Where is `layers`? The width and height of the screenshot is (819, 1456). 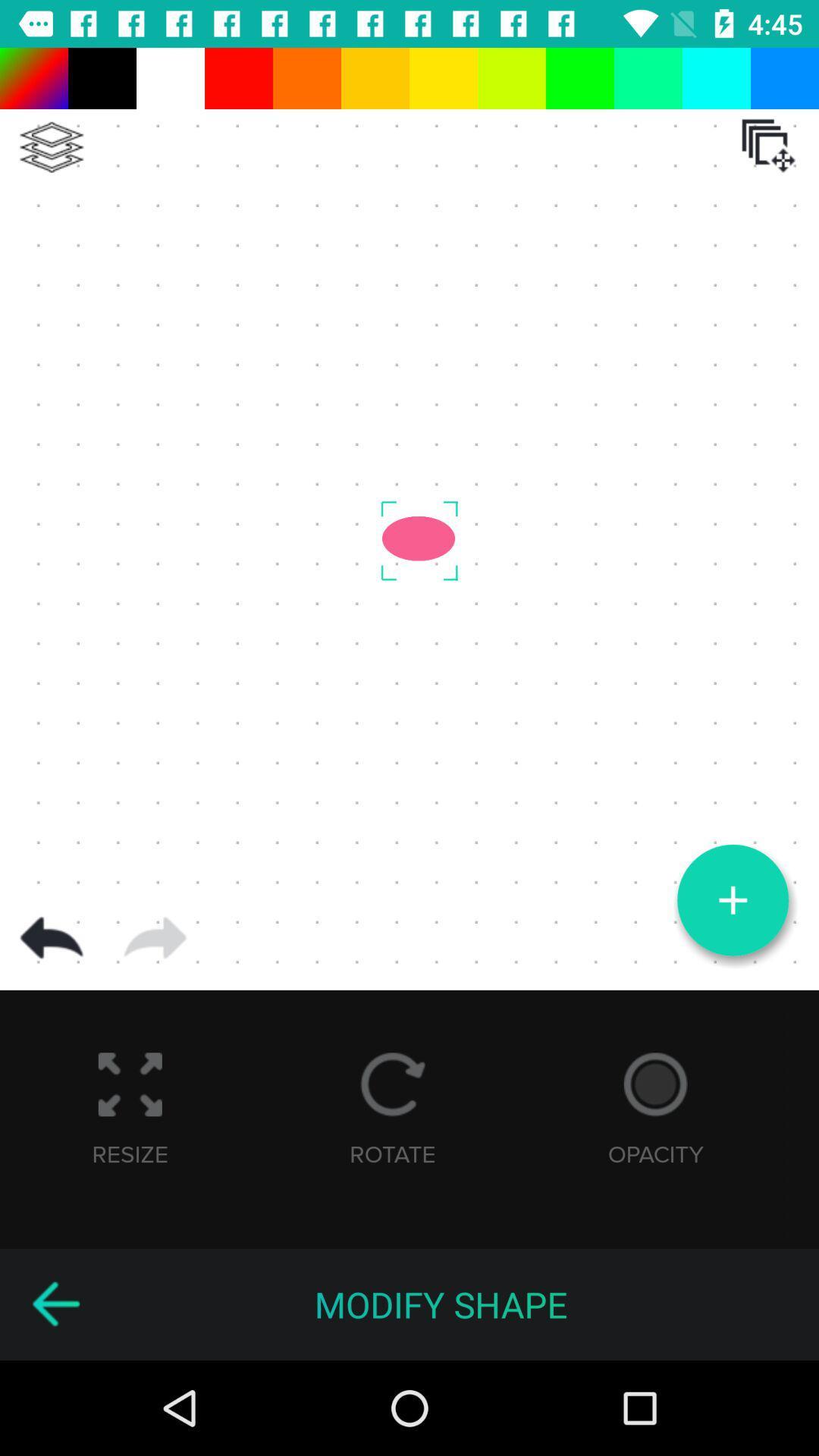
layers is located at coordinates (51, 147).